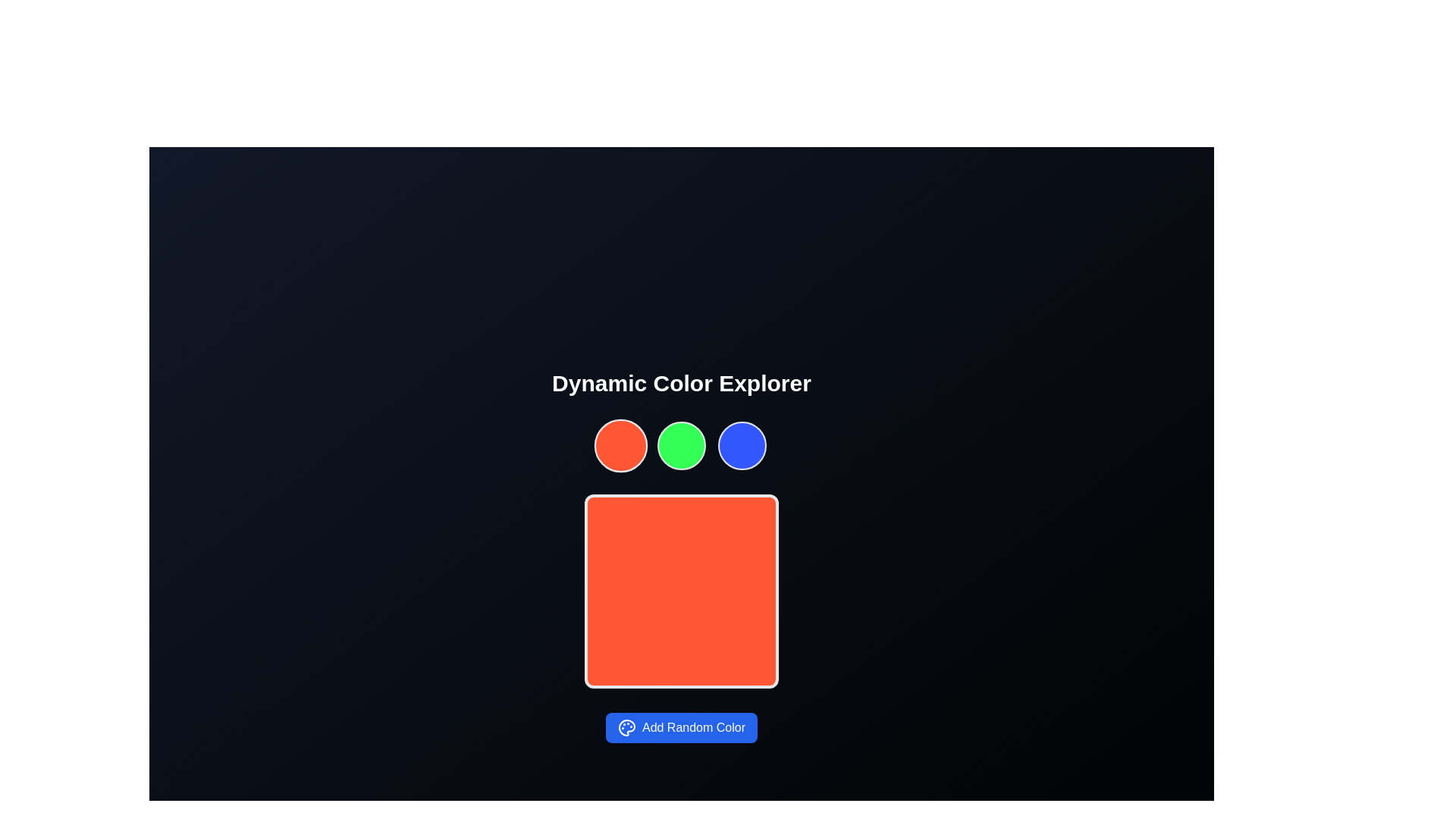  What do you see at coordinates (680, 382) in the screenshot?
I see `the text label at the top of the interface that serves as a title or heading for the application, located centrally above the circular color elements` at bounding box center [680, 382].